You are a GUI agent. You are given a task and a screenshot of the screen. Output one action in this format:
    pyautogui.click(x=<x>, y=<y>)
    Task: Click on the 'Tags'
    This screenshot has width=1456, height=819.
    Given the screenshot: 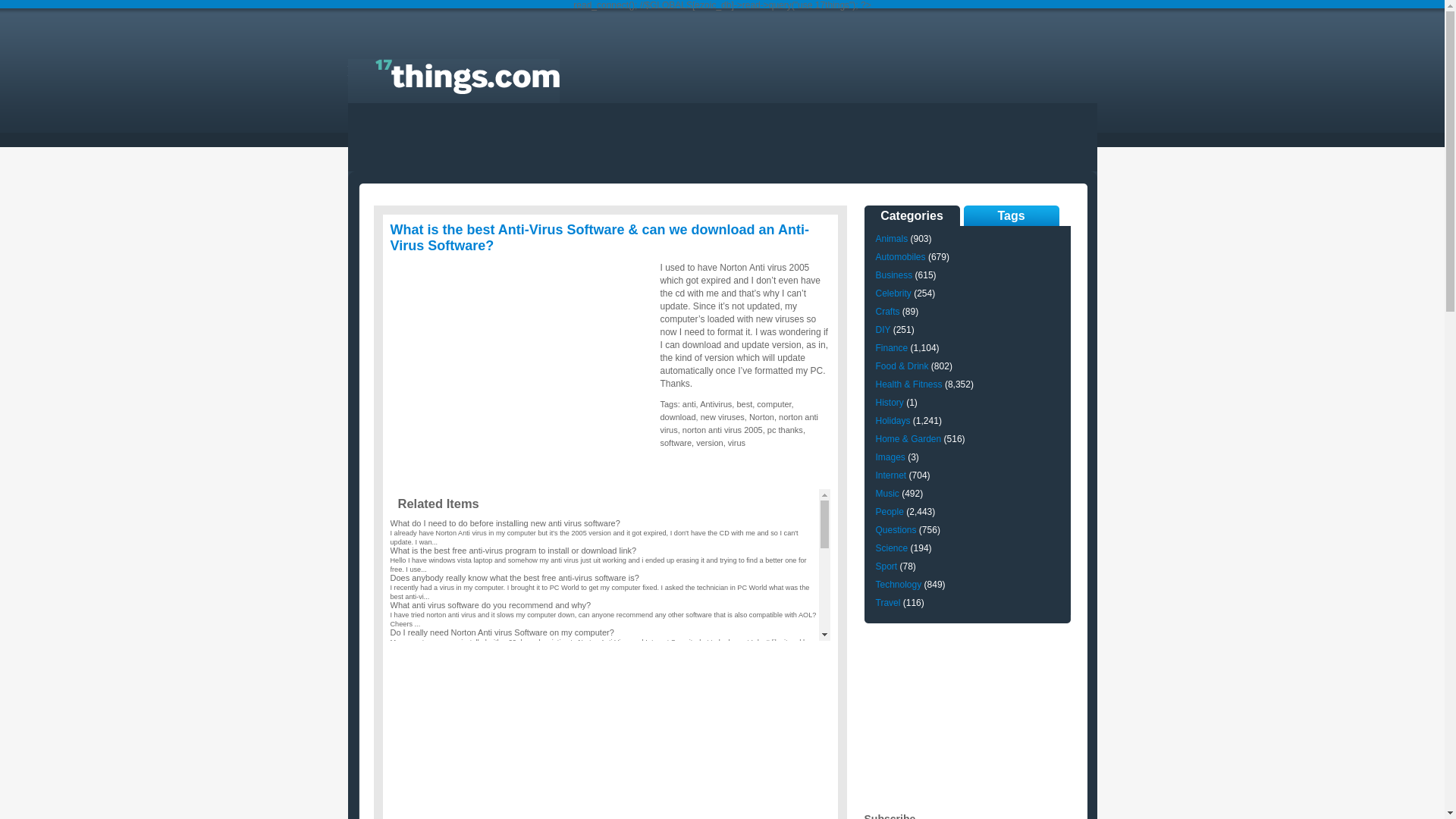 What is the action you would take?
    pyautogui.click(x=1011, y=215)
    